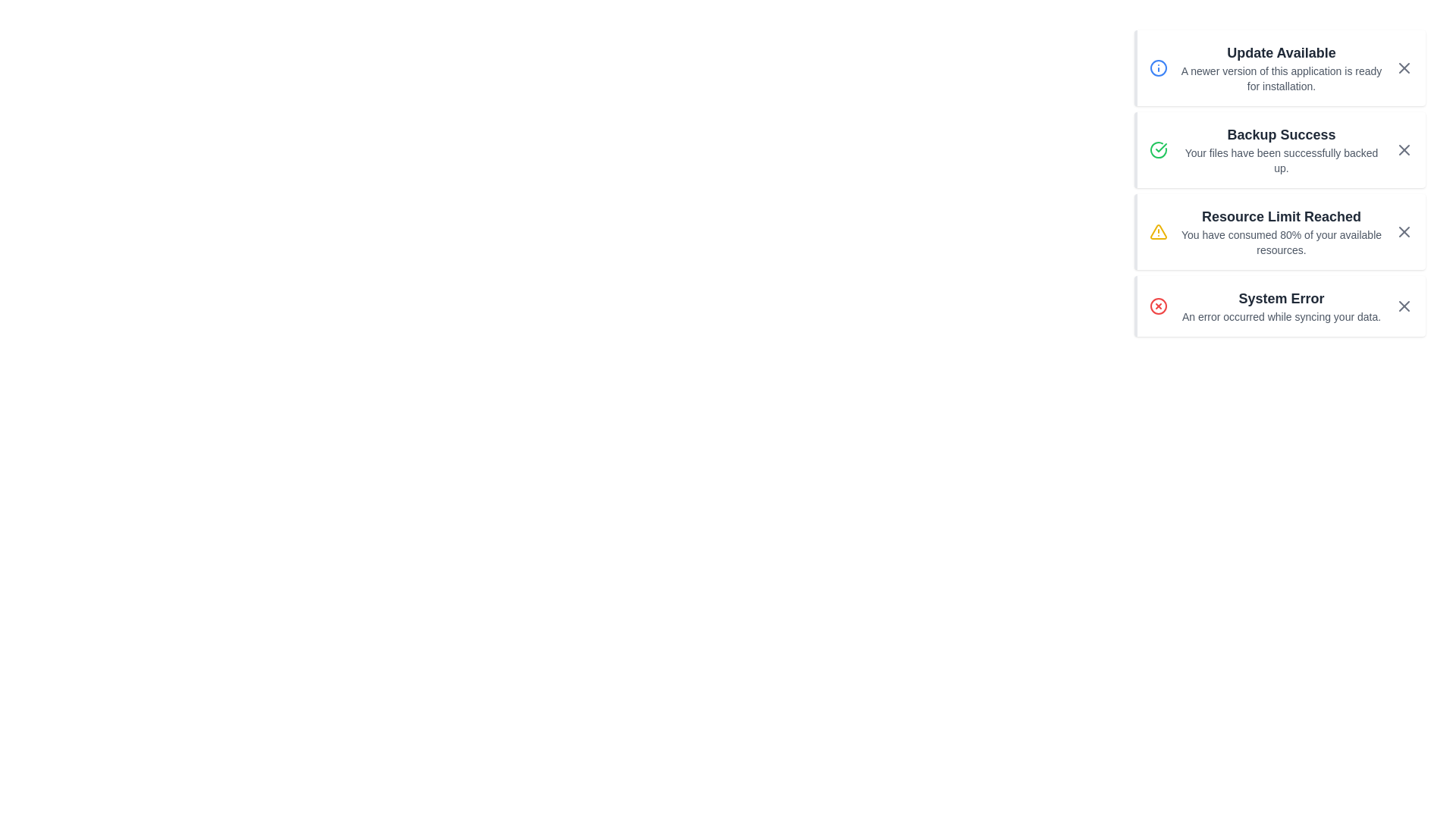  What do you see at coordinates (1157, 67) in the screenshot?
I see `the informational icon located at the left side of the 'Update Available' notification box, which serves as a visual cue for the message type` at bounding box center [1157, 67].